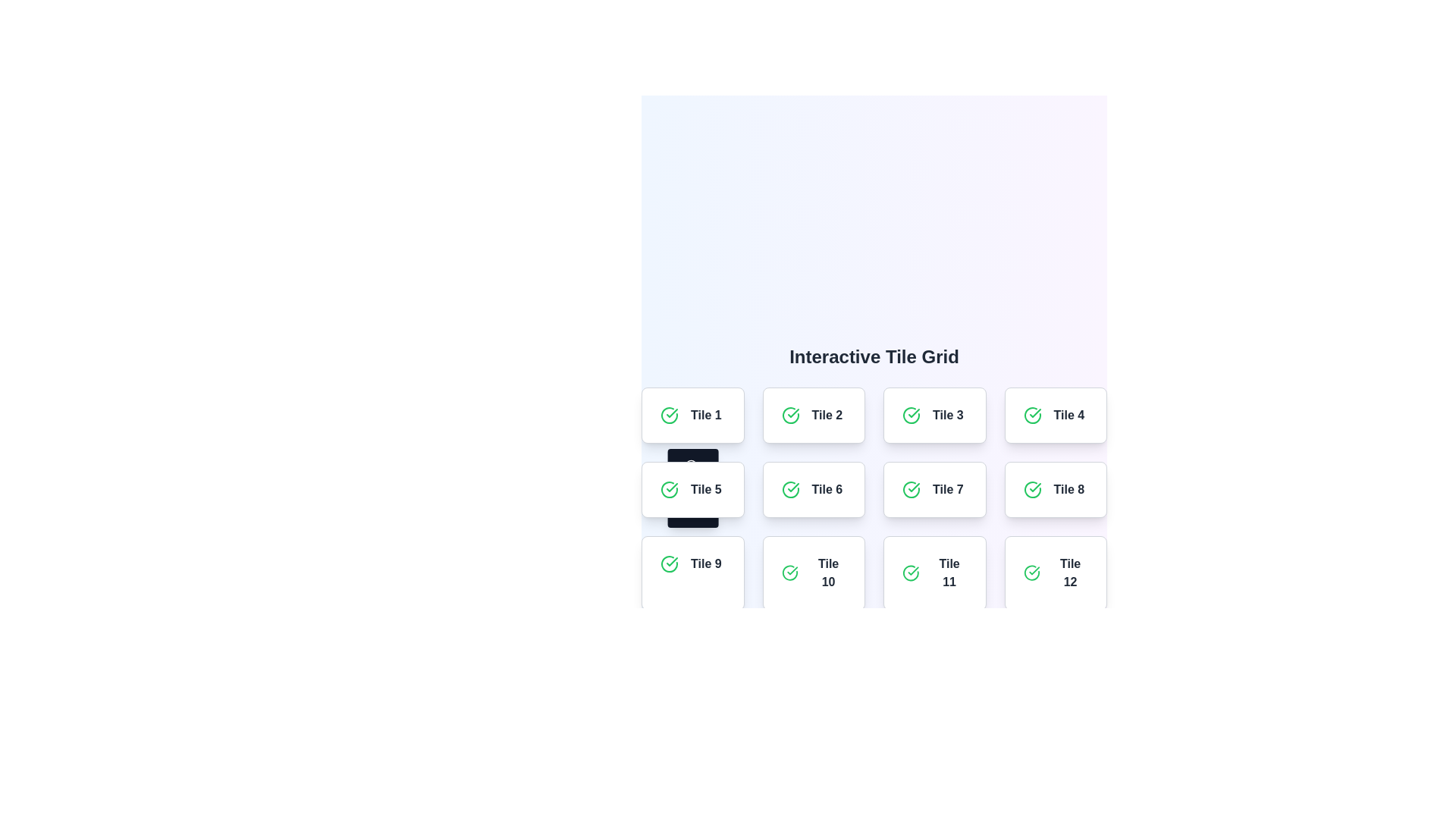 This screenshot has height=819, width=1456. Describe the element at coordinates (934, 489) in the screenshot. I see `the tile UI component located in the second row and third column of the grid` at that location.